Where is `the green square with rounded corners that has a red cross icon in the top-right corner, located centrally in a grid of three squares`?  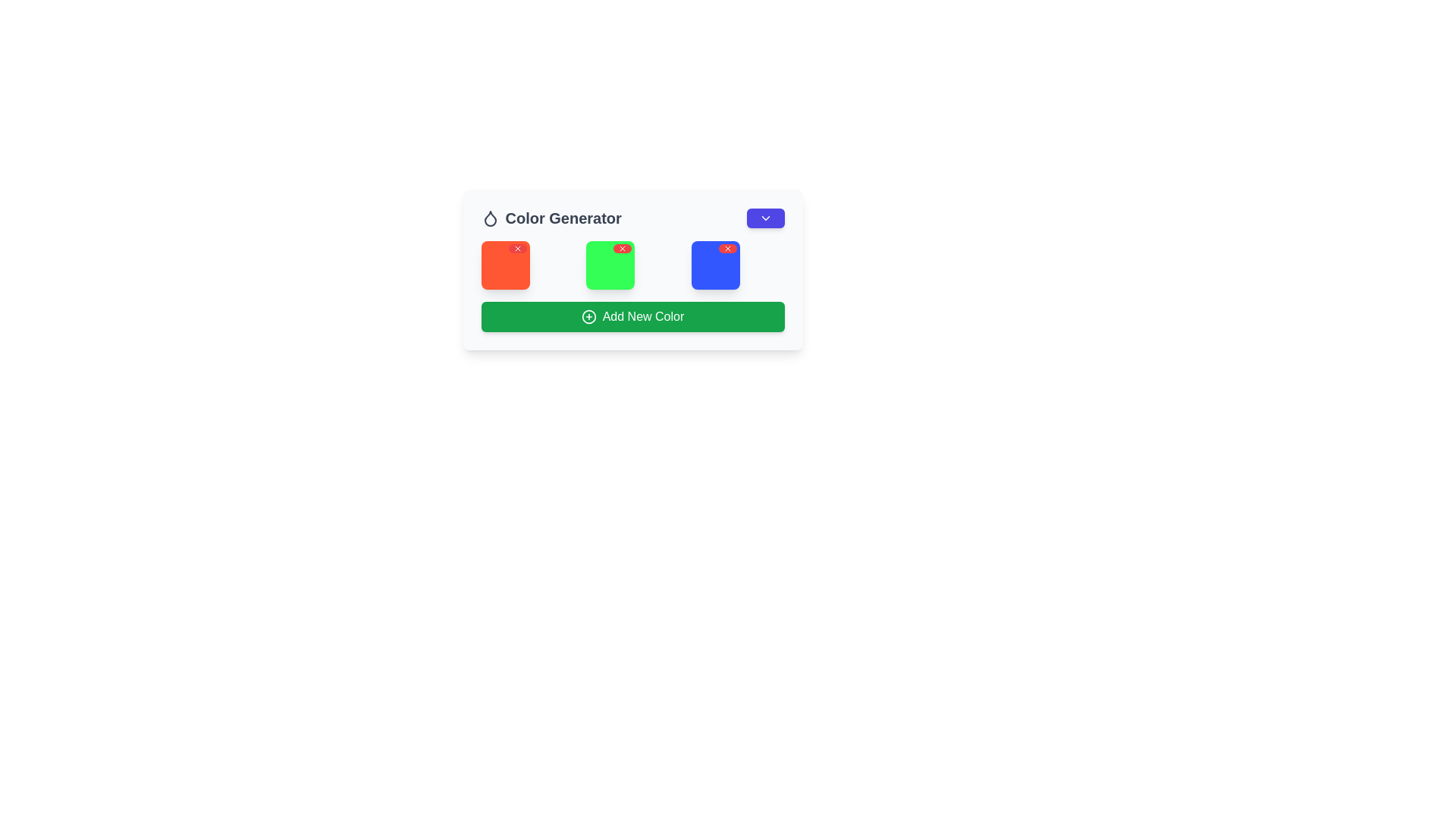
the green square with rounded corners that has a red cross icon in the top-right corner, located centrally in a grid of three squares is located at coordinates (632, 265).